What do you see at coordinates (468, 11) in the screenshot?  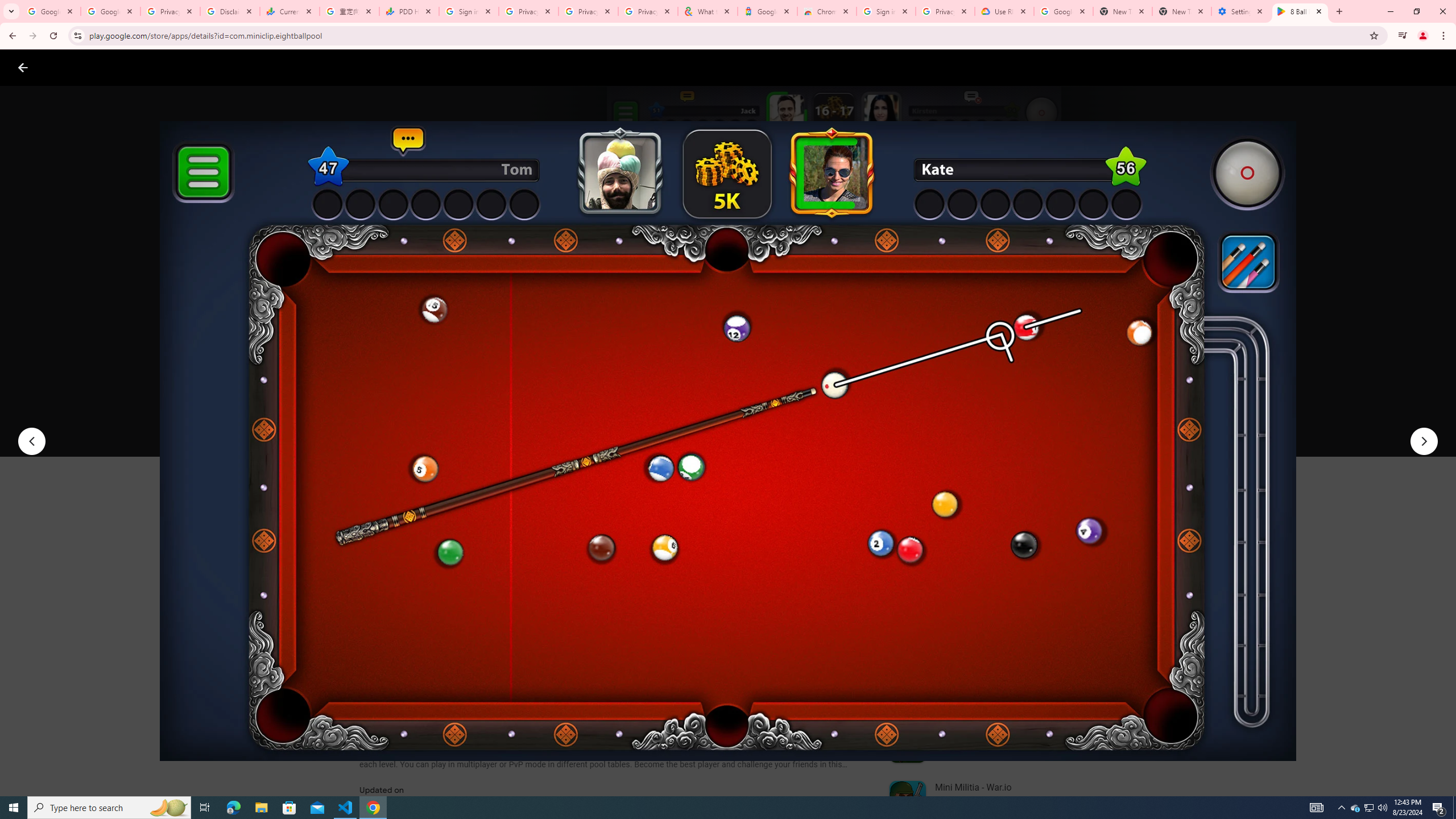 I see `'Sign in - Google Accounts'` at bounding box center [468, 11].